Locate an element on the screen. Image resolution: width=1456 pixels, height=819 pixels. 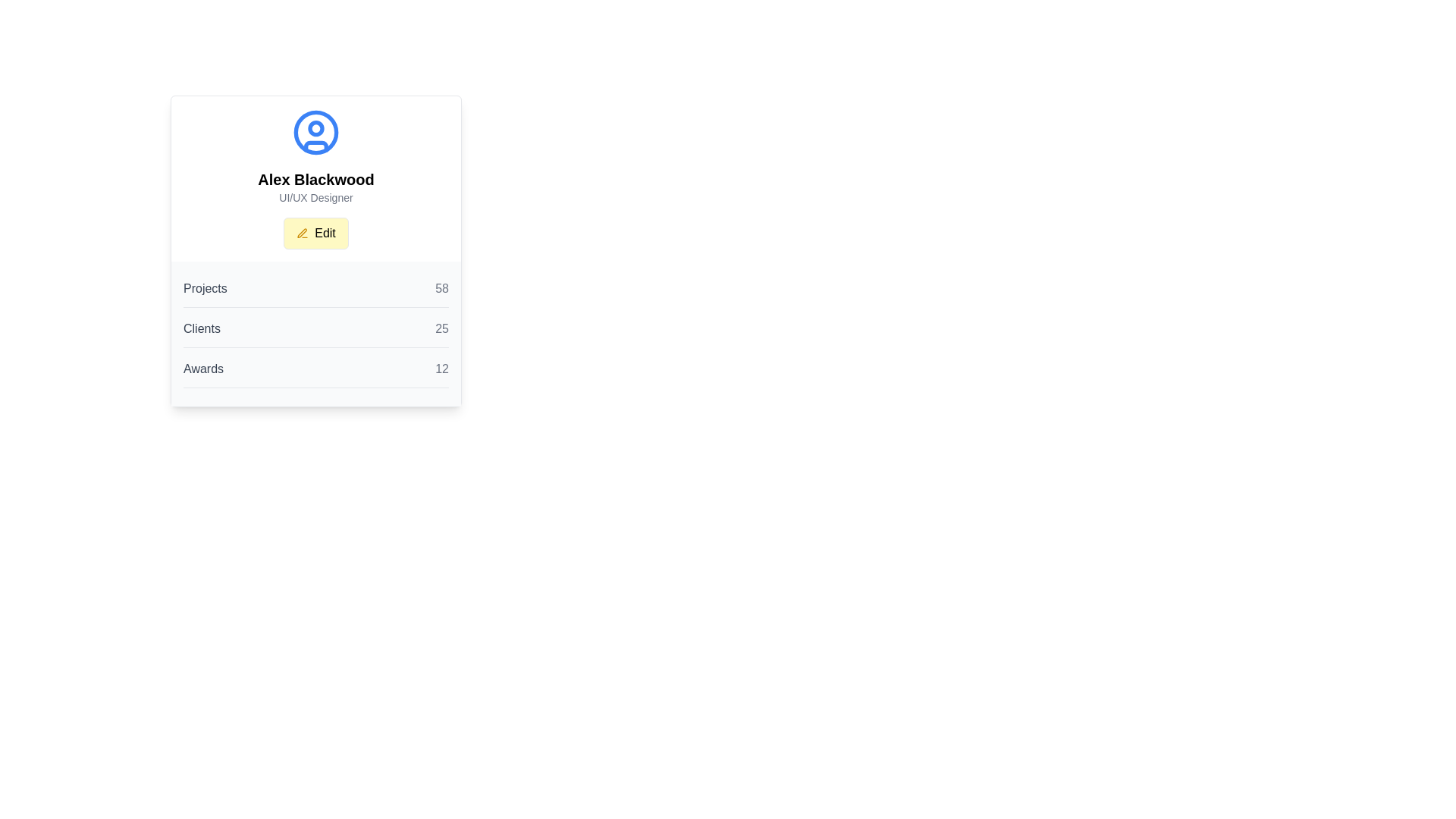
the edit icon located in the center of the yellow rectangular button labeled 'Edit', which is positioned below the name 'Alex Blackwood' and the title 'UI/UX Designer' is located at coordinates (302, 233).